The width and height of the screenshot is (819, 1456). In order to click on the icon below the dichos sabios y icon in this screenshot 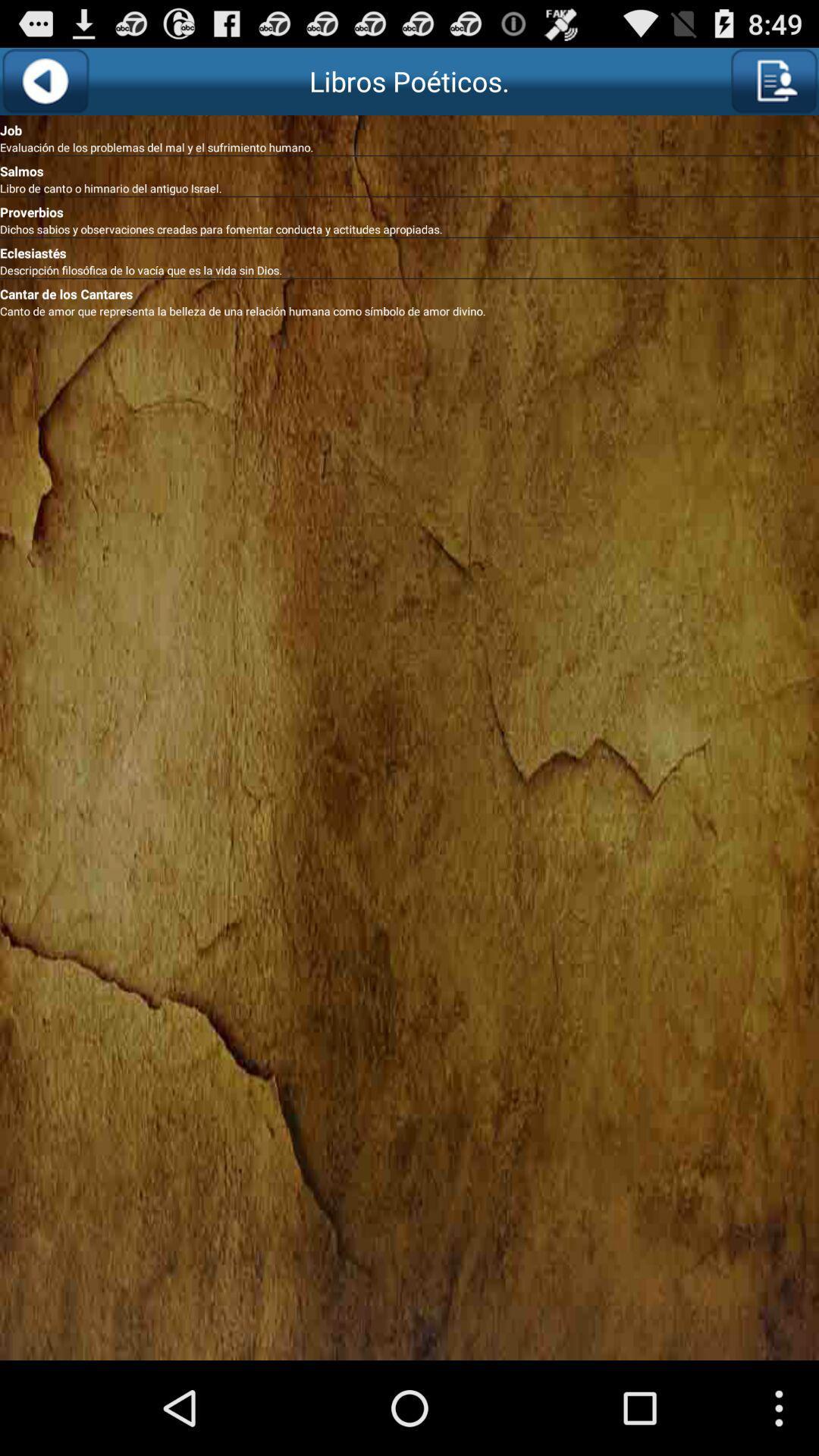, I will do `click(409, 250)`.